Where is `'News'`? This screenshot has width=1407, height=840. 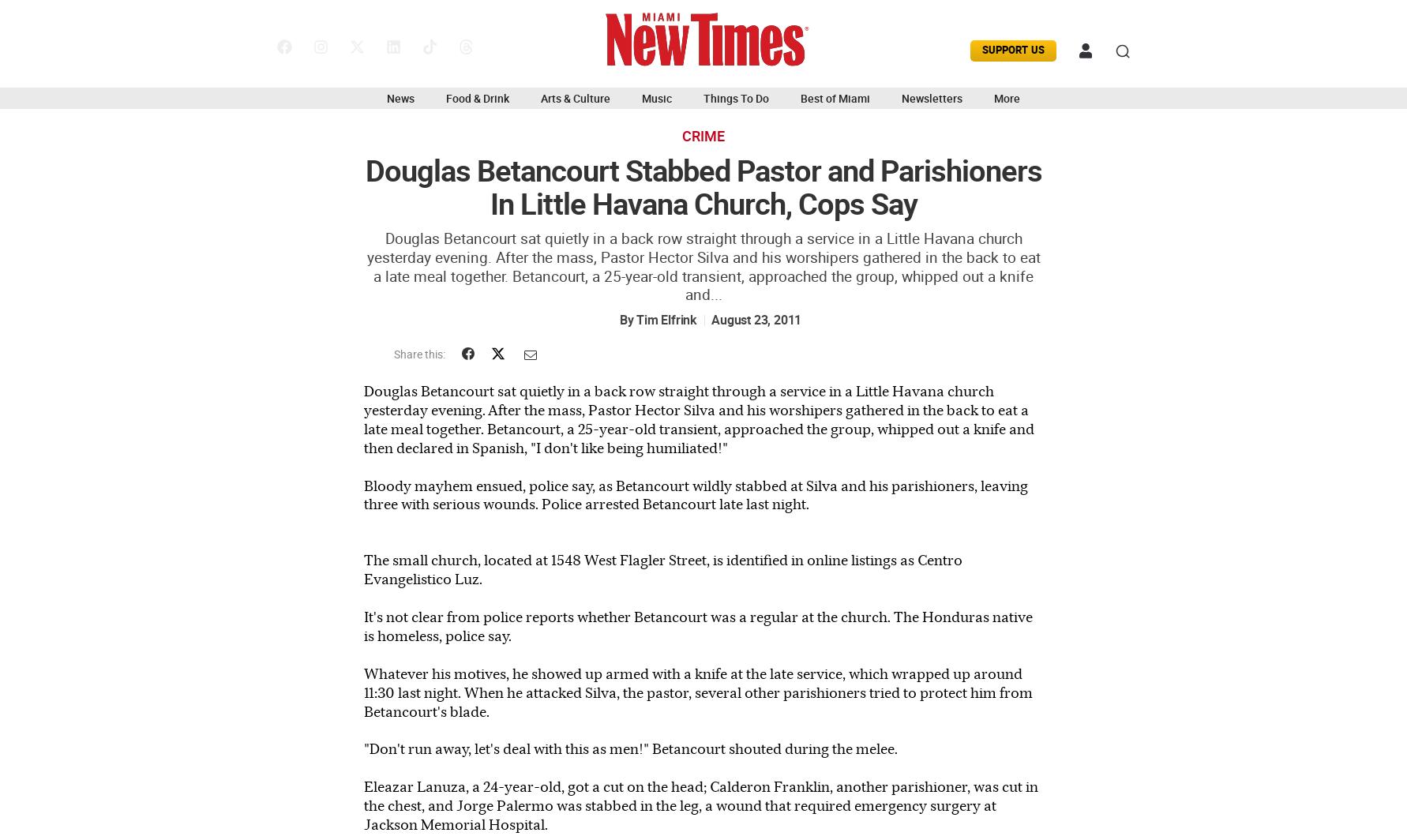
'News' is located at coordinates (400, 99).